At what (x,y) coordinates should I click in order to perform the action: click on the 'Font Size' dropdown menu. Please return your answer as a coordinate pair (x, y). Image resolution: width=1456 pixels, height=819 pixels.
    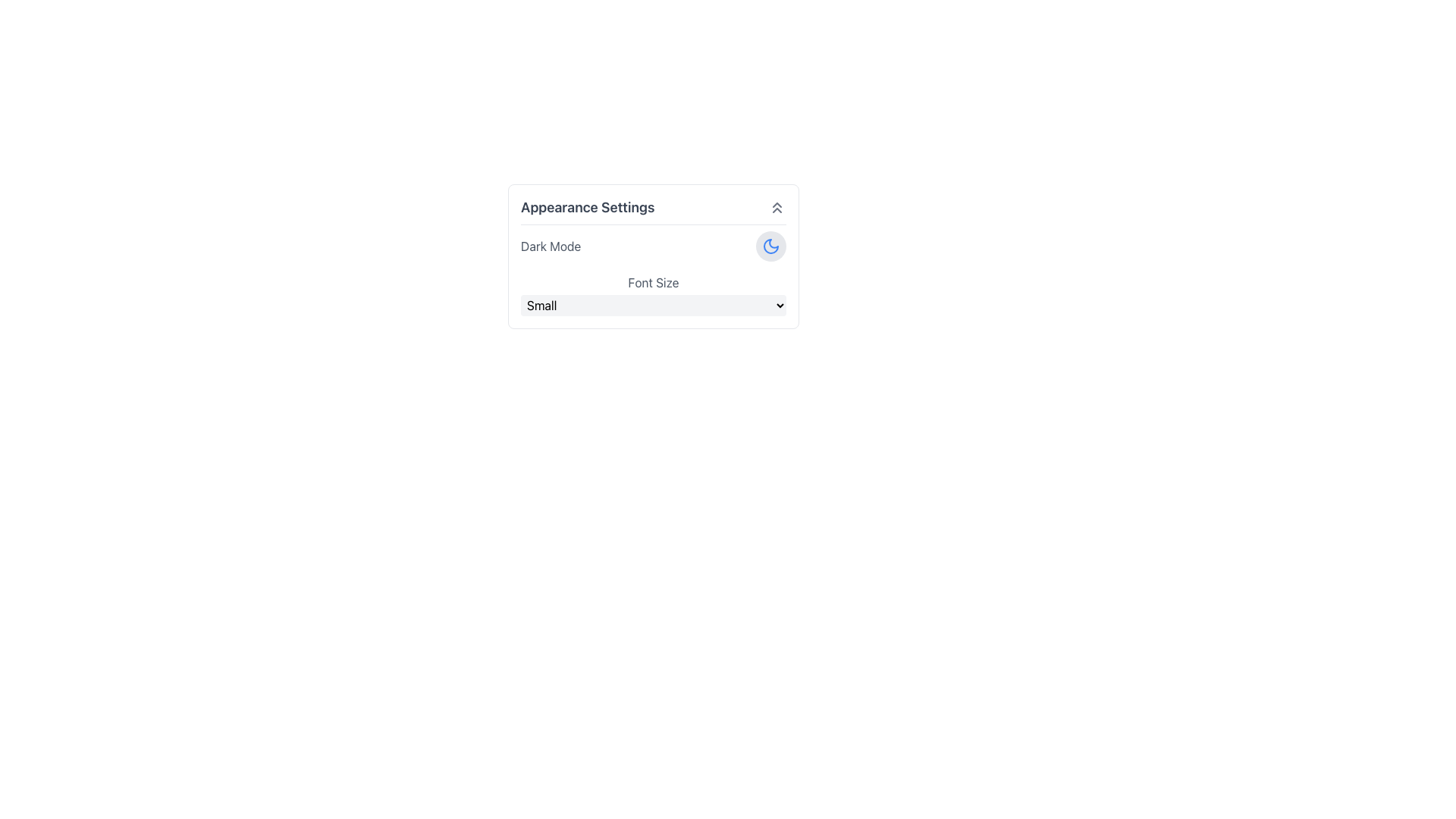
    Looking at the image, I should click on (654, 295).